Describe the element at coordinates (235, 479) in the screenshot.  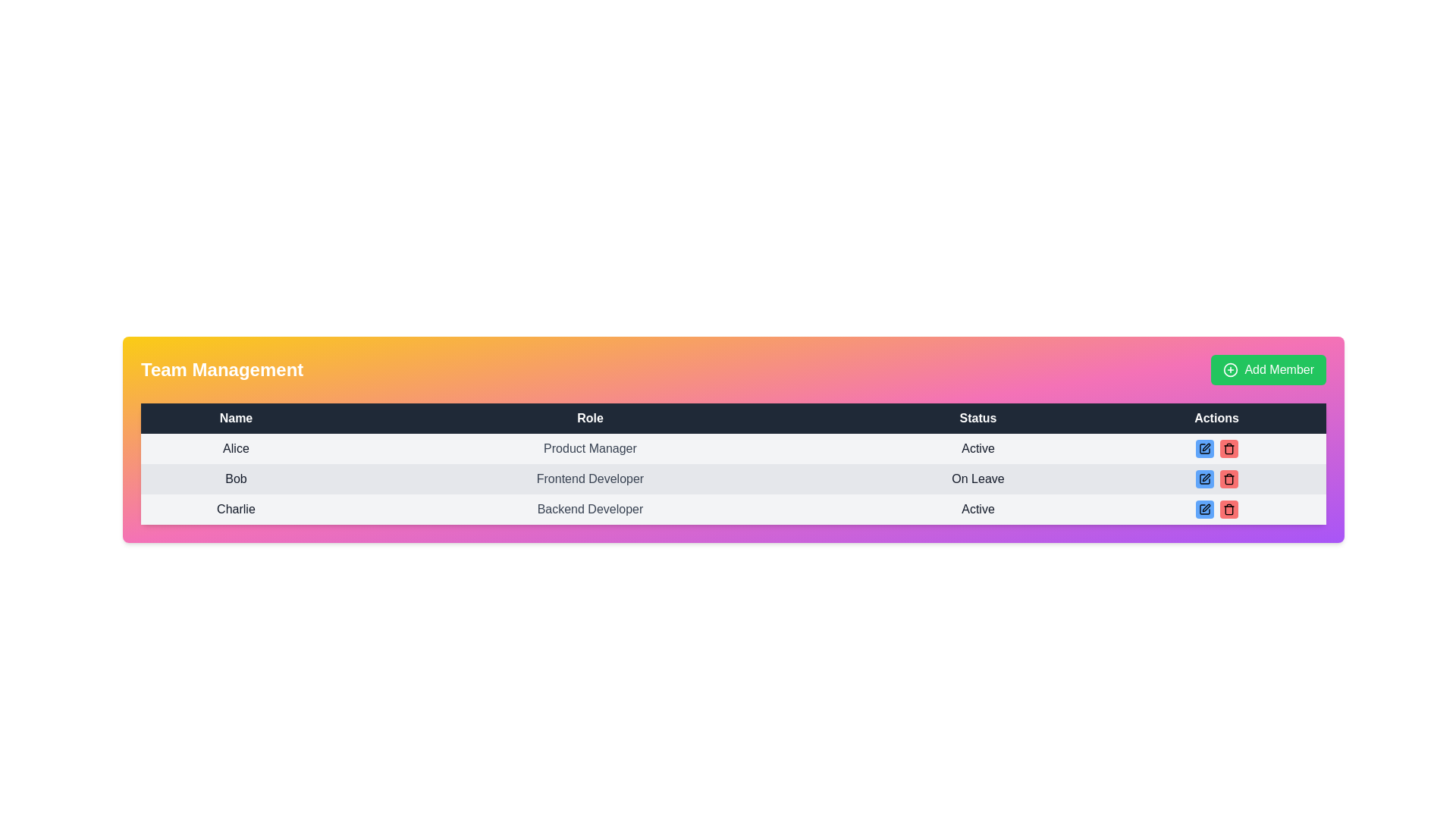
I see `the text label displaying the name 'Bob' in bold font within the 'Name' column of the table layout` at that location.